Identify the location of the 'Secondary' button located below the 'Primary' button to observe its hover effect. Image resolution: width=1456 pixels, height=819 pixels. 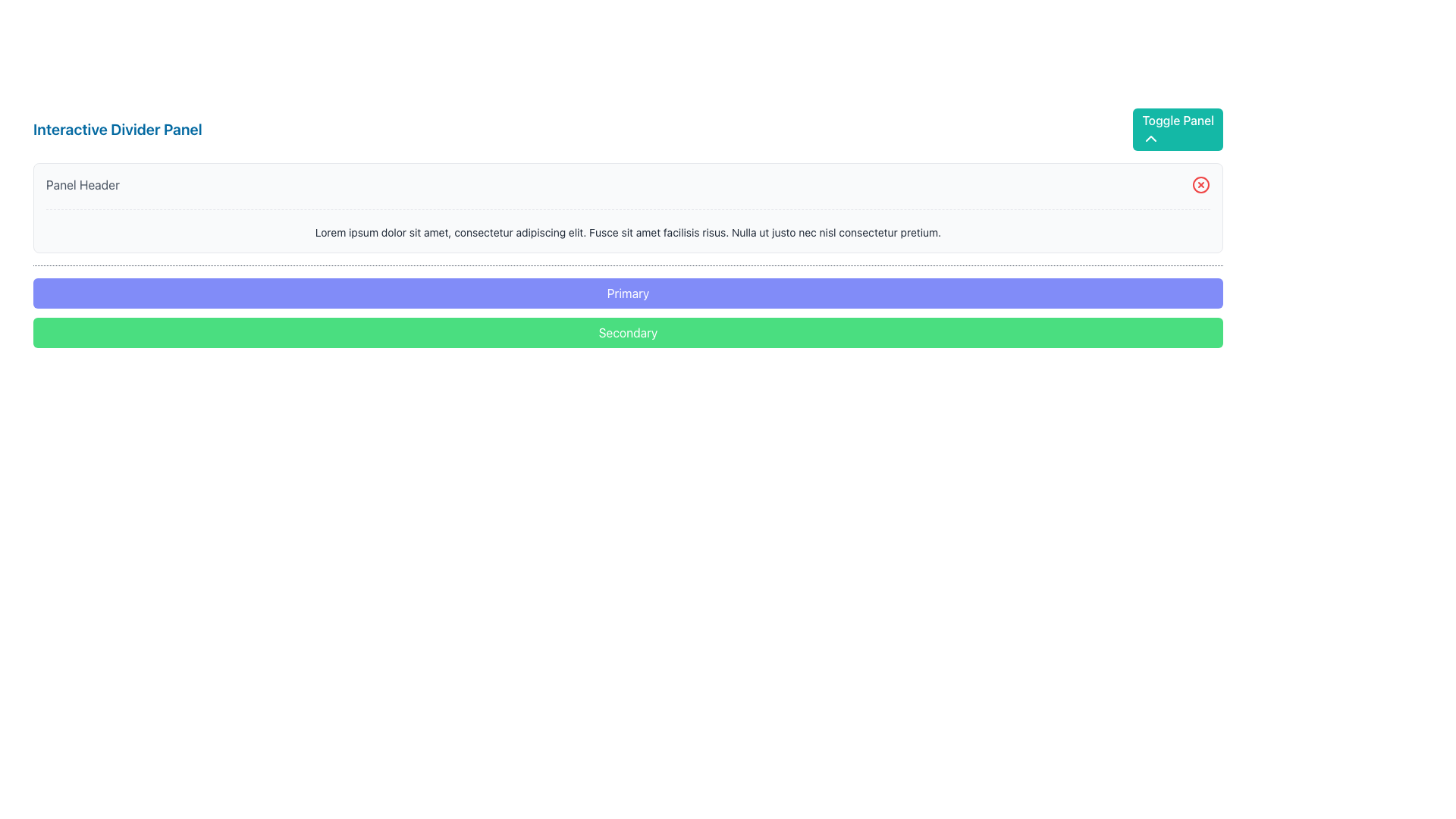
(628, 332).